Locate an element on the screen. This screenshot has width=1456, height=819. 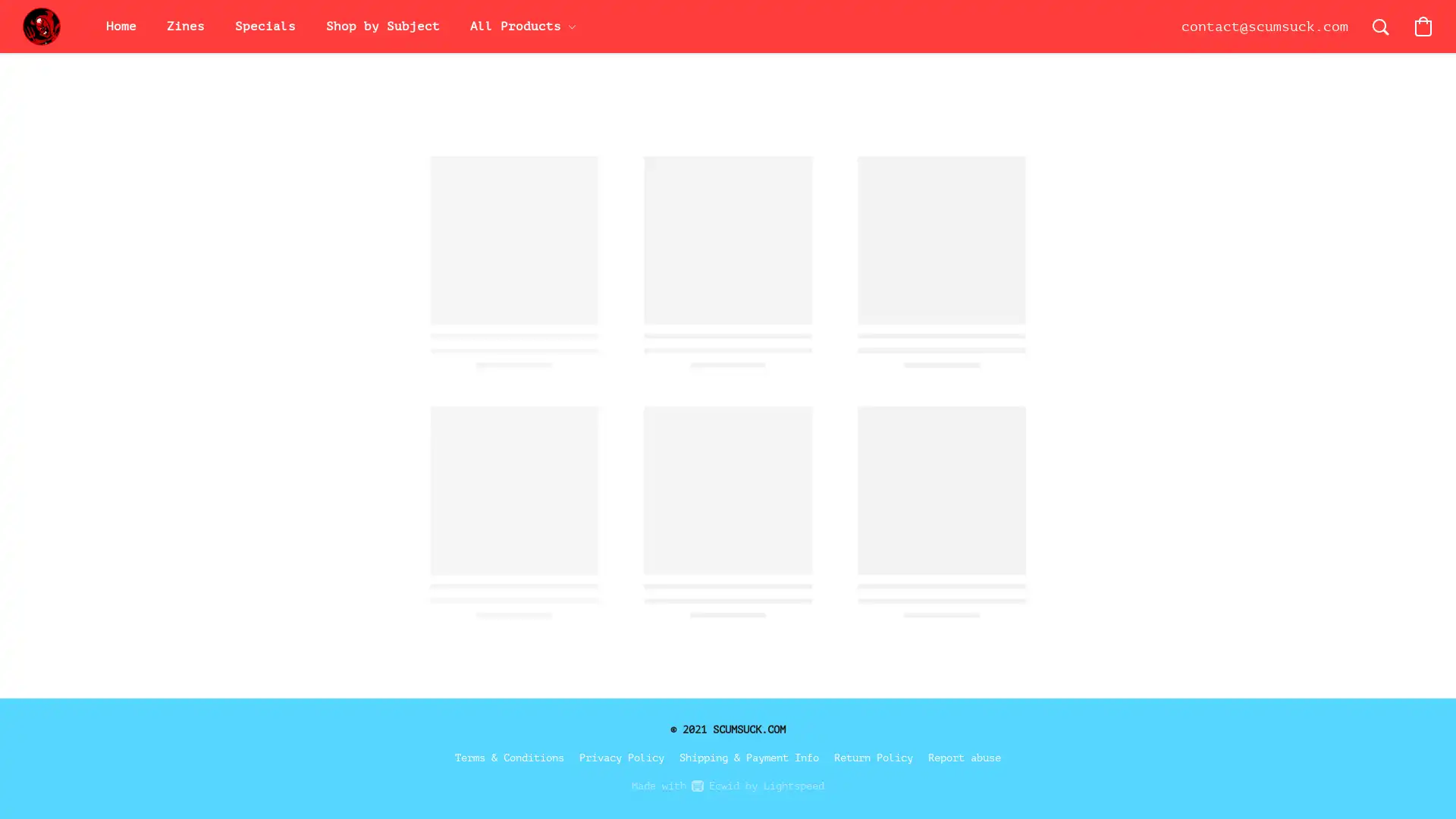
Search the website is located at coordinates (1380, 26).